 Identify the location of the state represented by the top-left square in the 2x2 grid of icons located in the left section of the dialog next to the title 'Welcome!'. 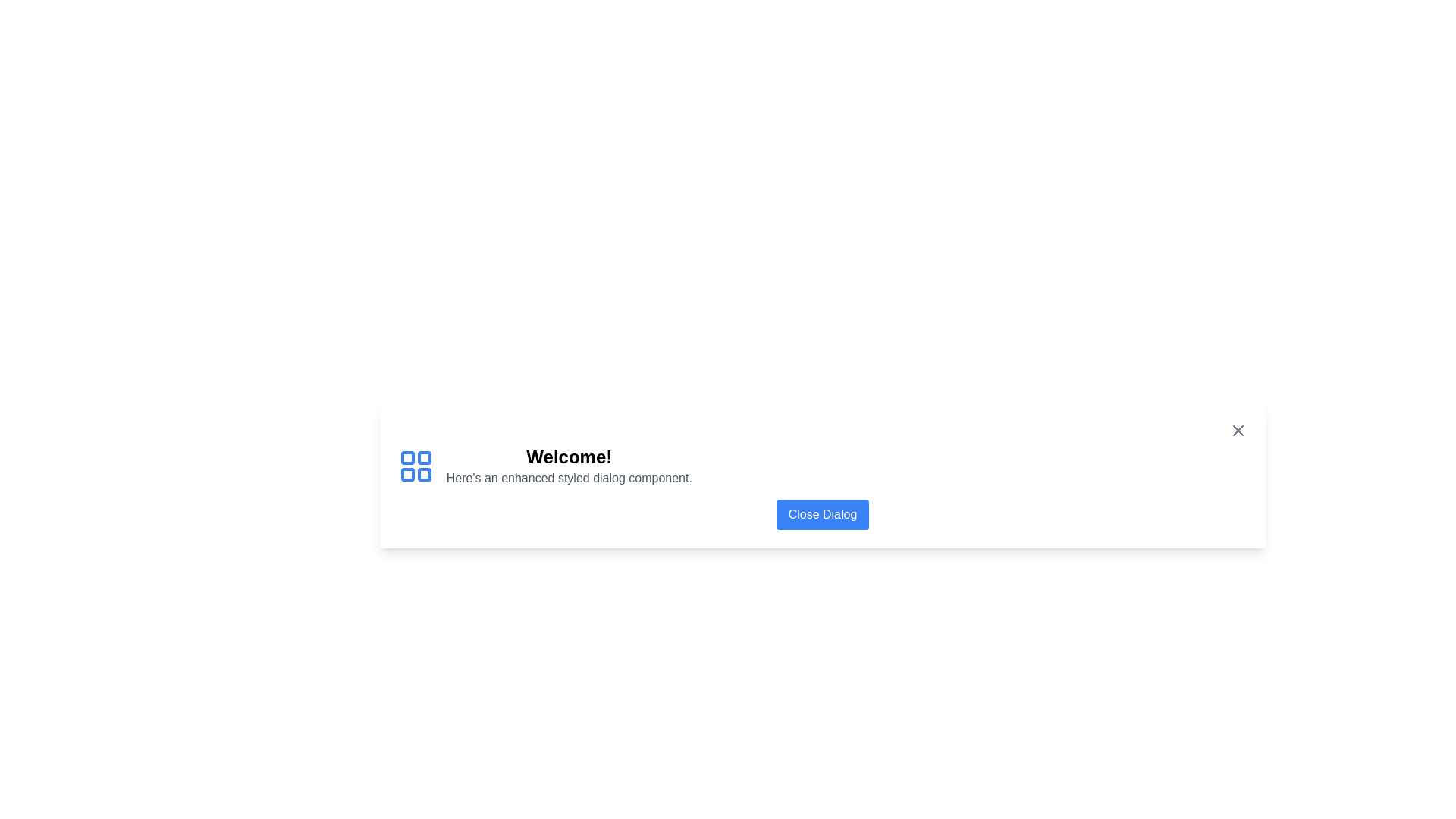
(407, 457).